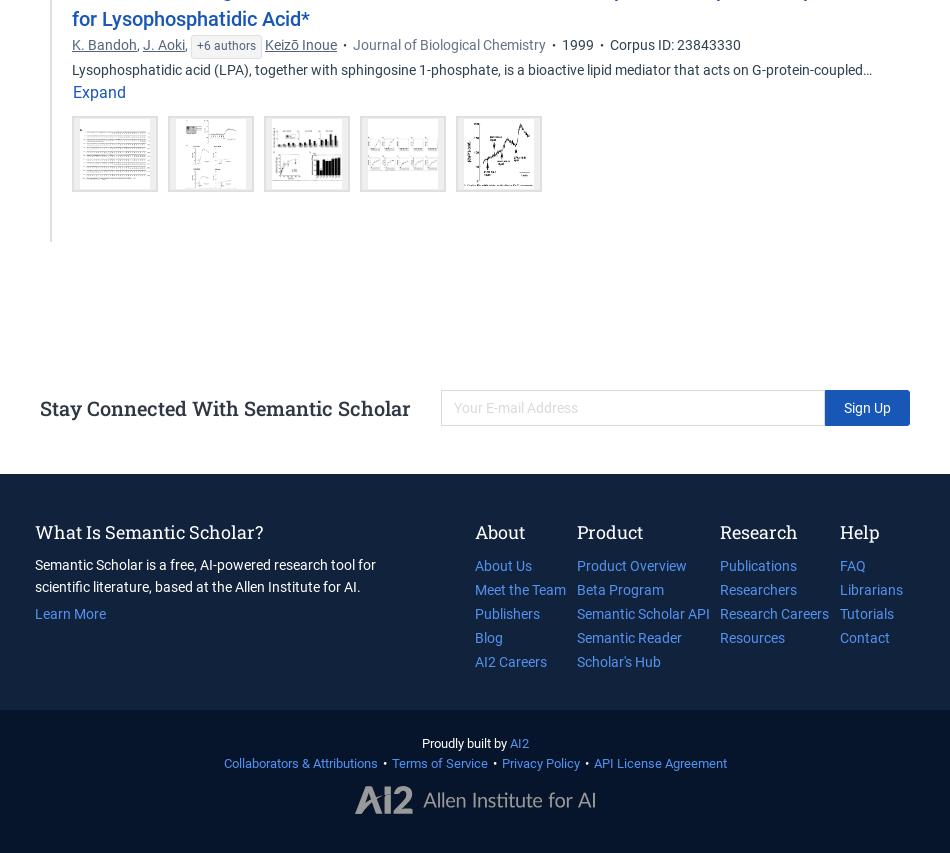 The image size is (950, 853). What do you see at coordinates (757, 565) in the screenshot?
I see `'Publications'` at bounding box center [757, 565].